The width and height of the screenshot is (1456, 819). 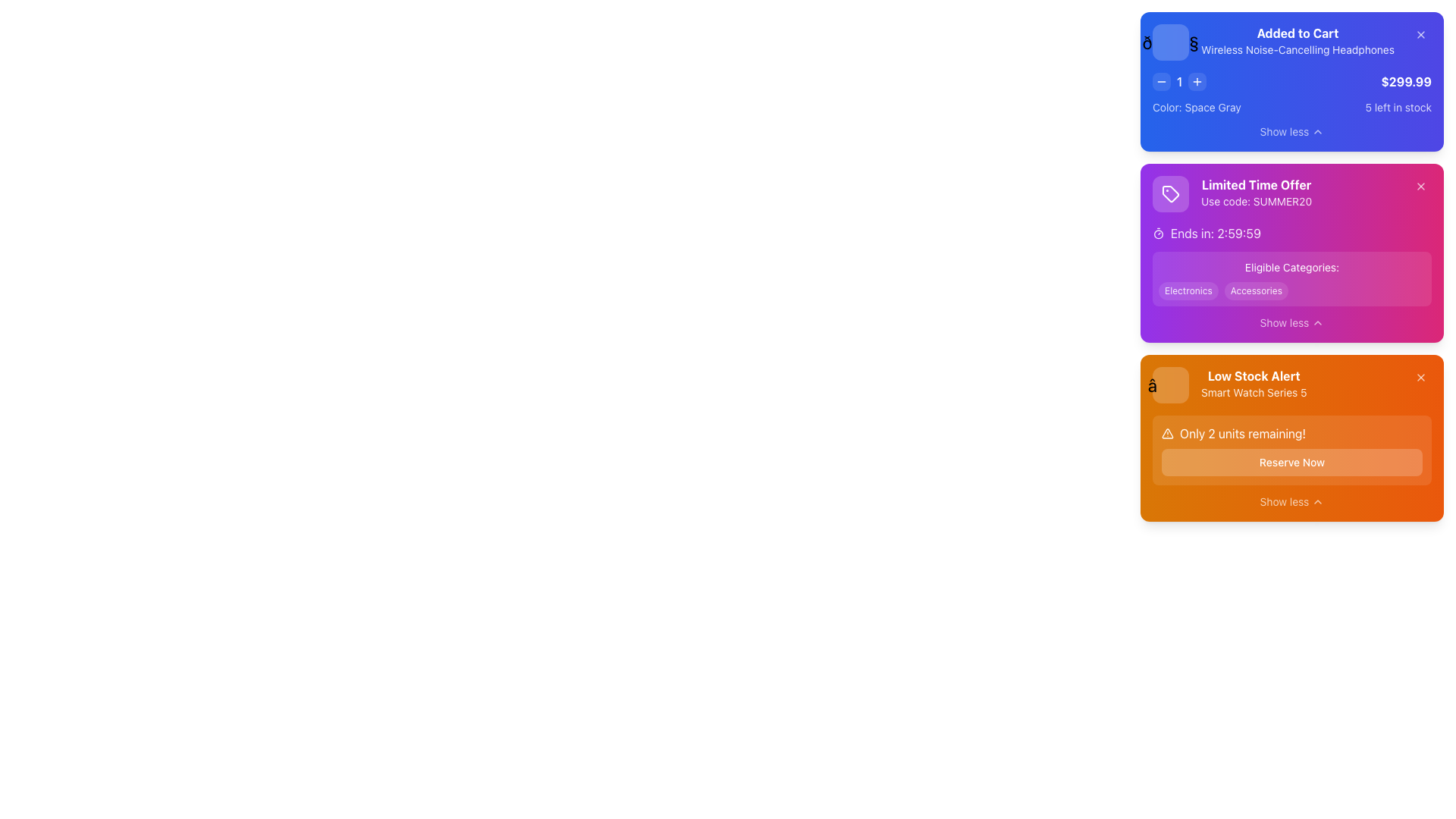 I want to click on the interactive link text located at the bottom of the blue card, so click(x=1284, y=130).